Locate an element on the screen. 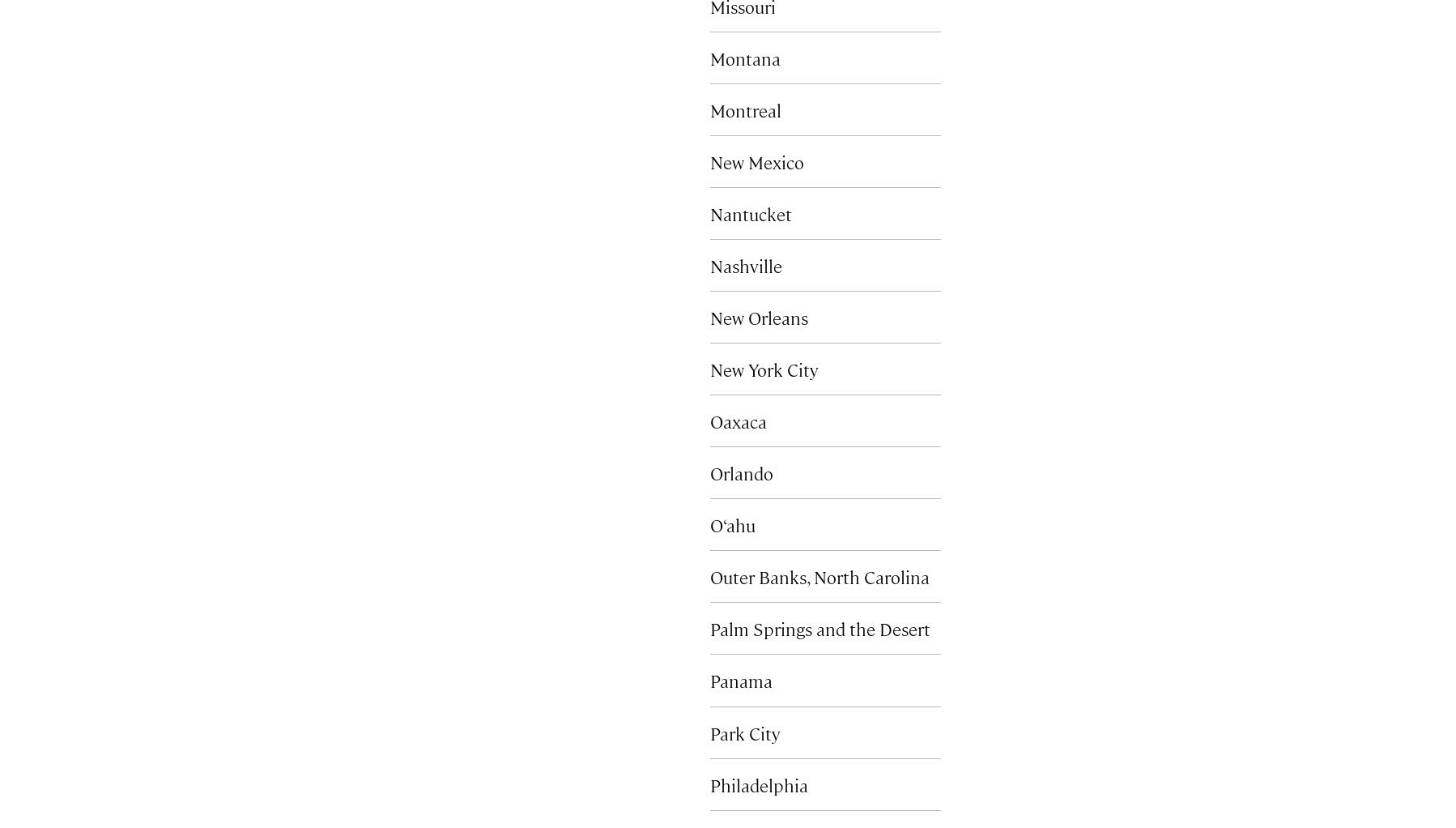  'Park City' is located at coordinates (744, 731).